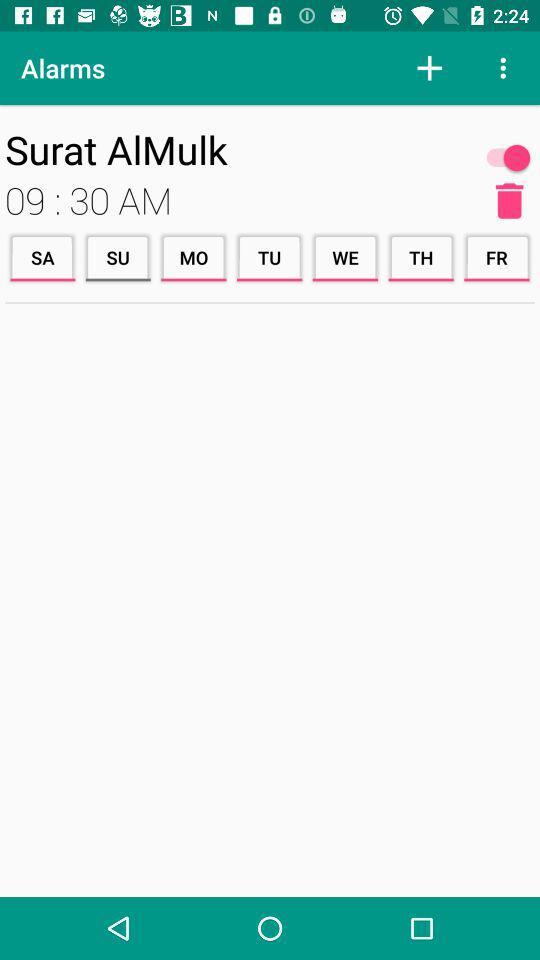 The image size is (540, 960). What do you see at coordinates (344, 256) in the screenshot?
I see `the icon next to th icon` at bounding box center [344, 256].